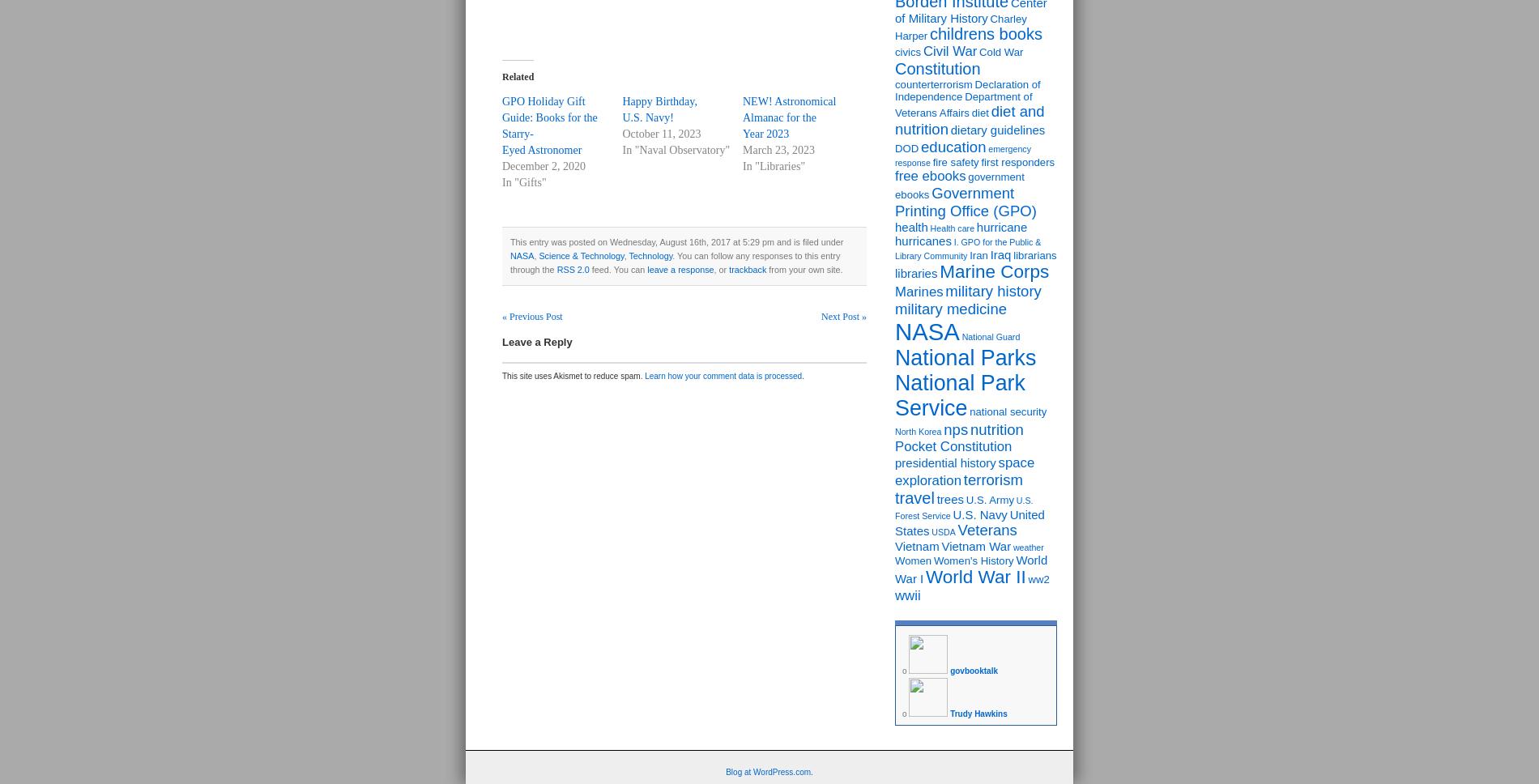 The width and height of the screenshot is (1539, 784). What do you see at coordinates (960, 27) in the screenshot?
I see `'Charley Harper'` at bounding box center [960, 27].